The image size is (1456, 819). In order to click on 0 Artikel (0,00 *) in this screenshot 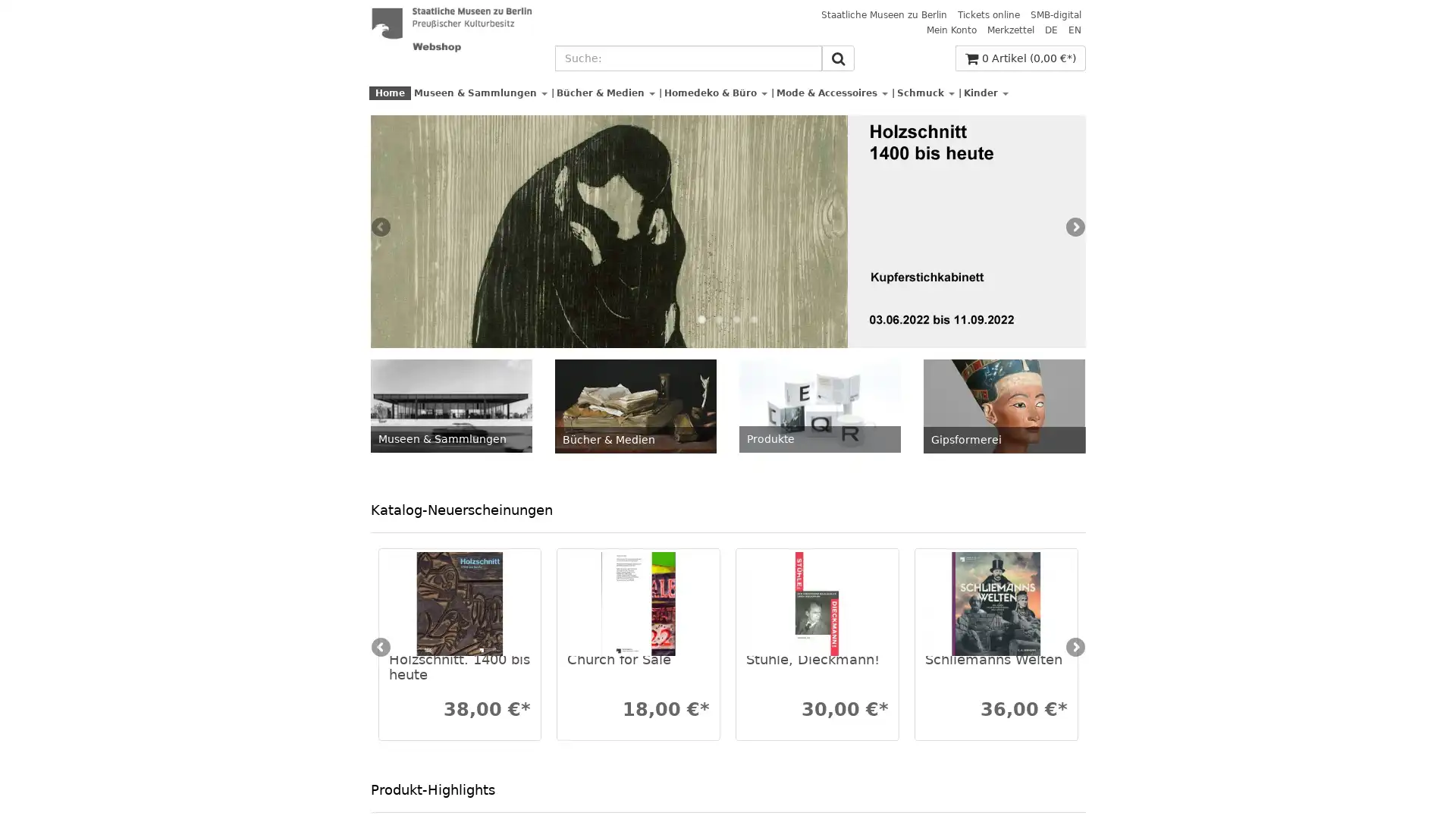, I will do `click(1019, 58)`.